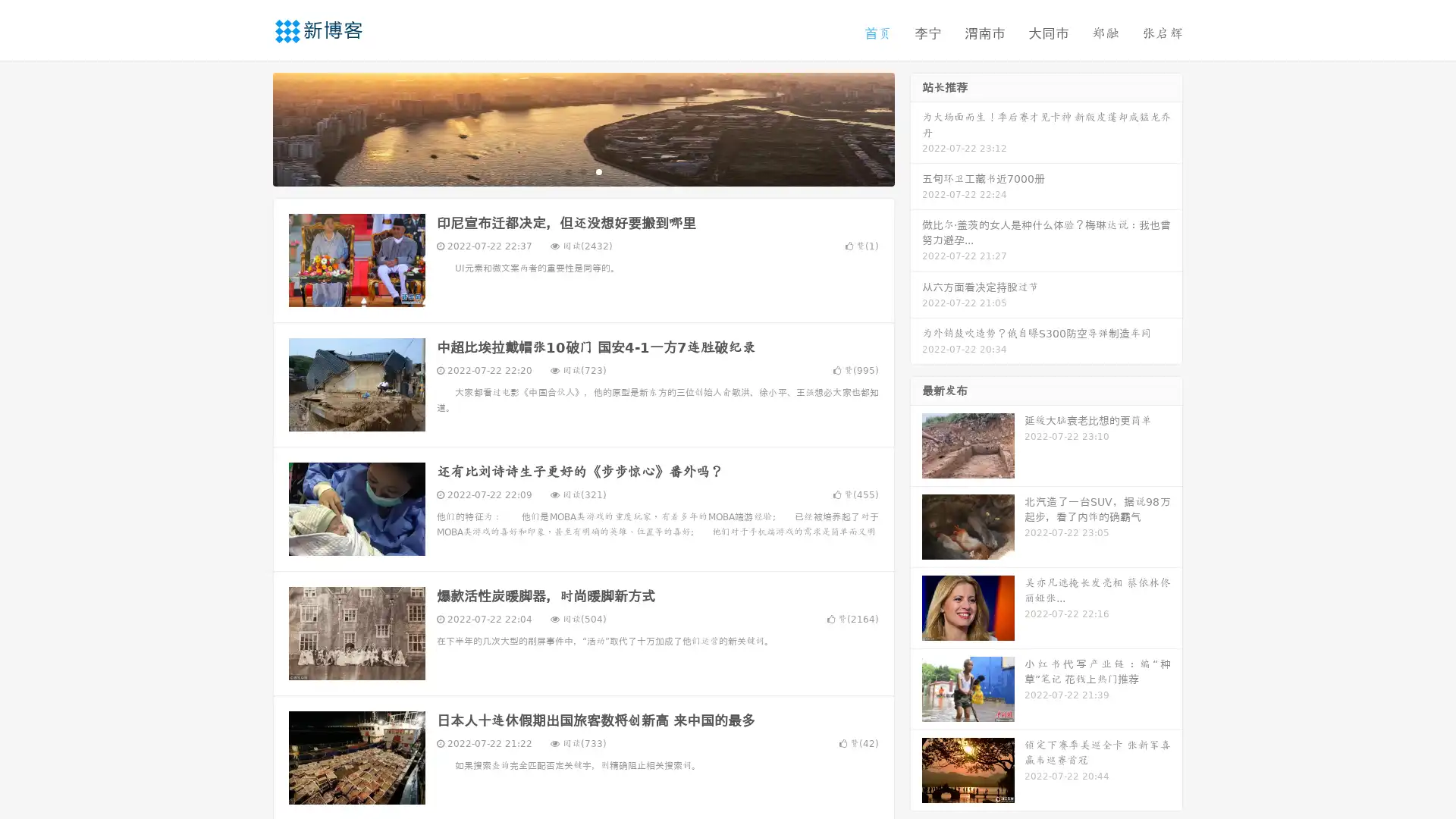 The image size is (1456, 819). What do you see at coordinates (598, 171) in the screenshot?
I see `Go to slide 3` at bounding box center [598, 171].